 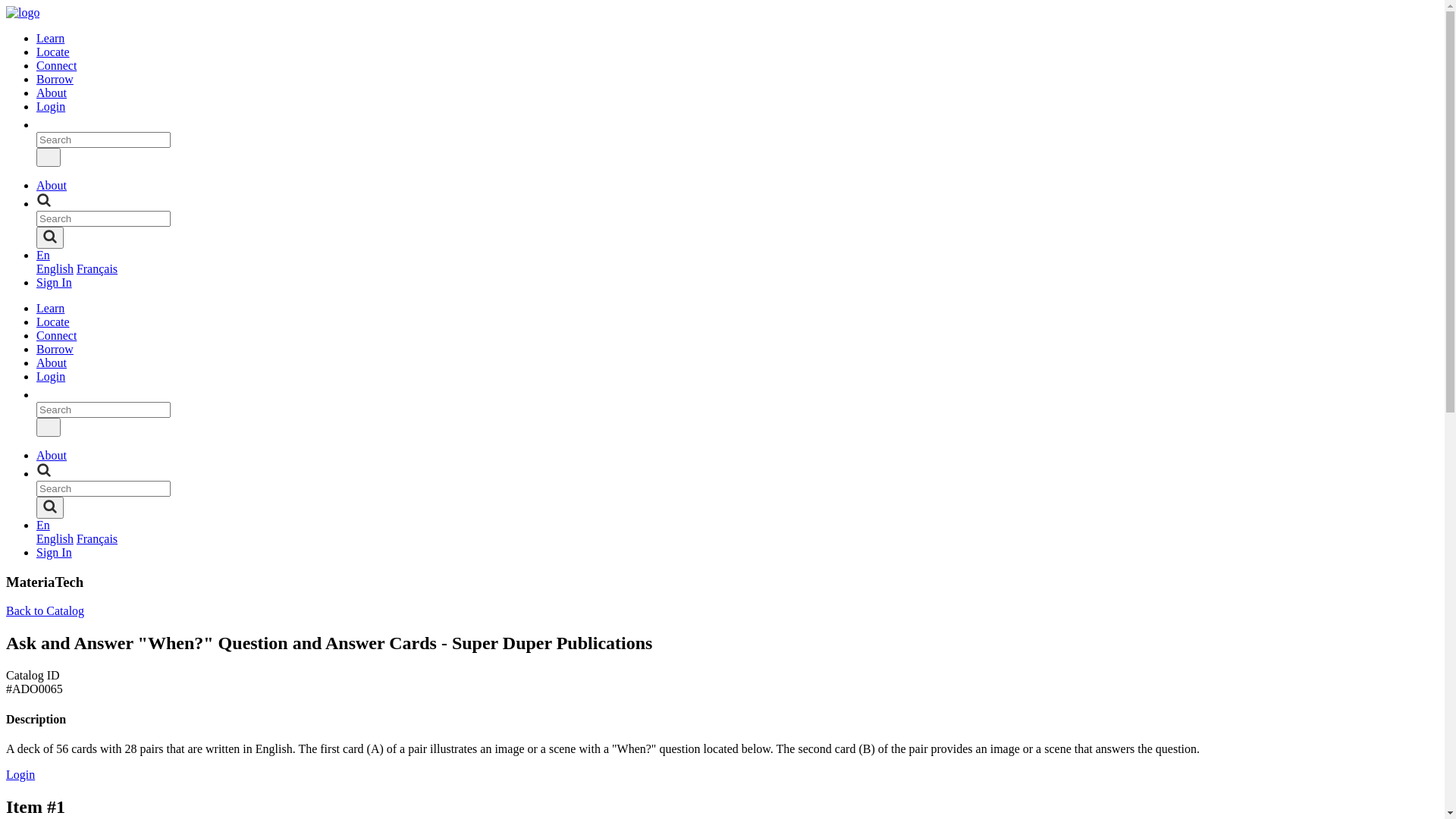 What do you see at coordinates (55, 79) in the screenshot?
I see `'Borrow'` at bounding box center [55, 79].